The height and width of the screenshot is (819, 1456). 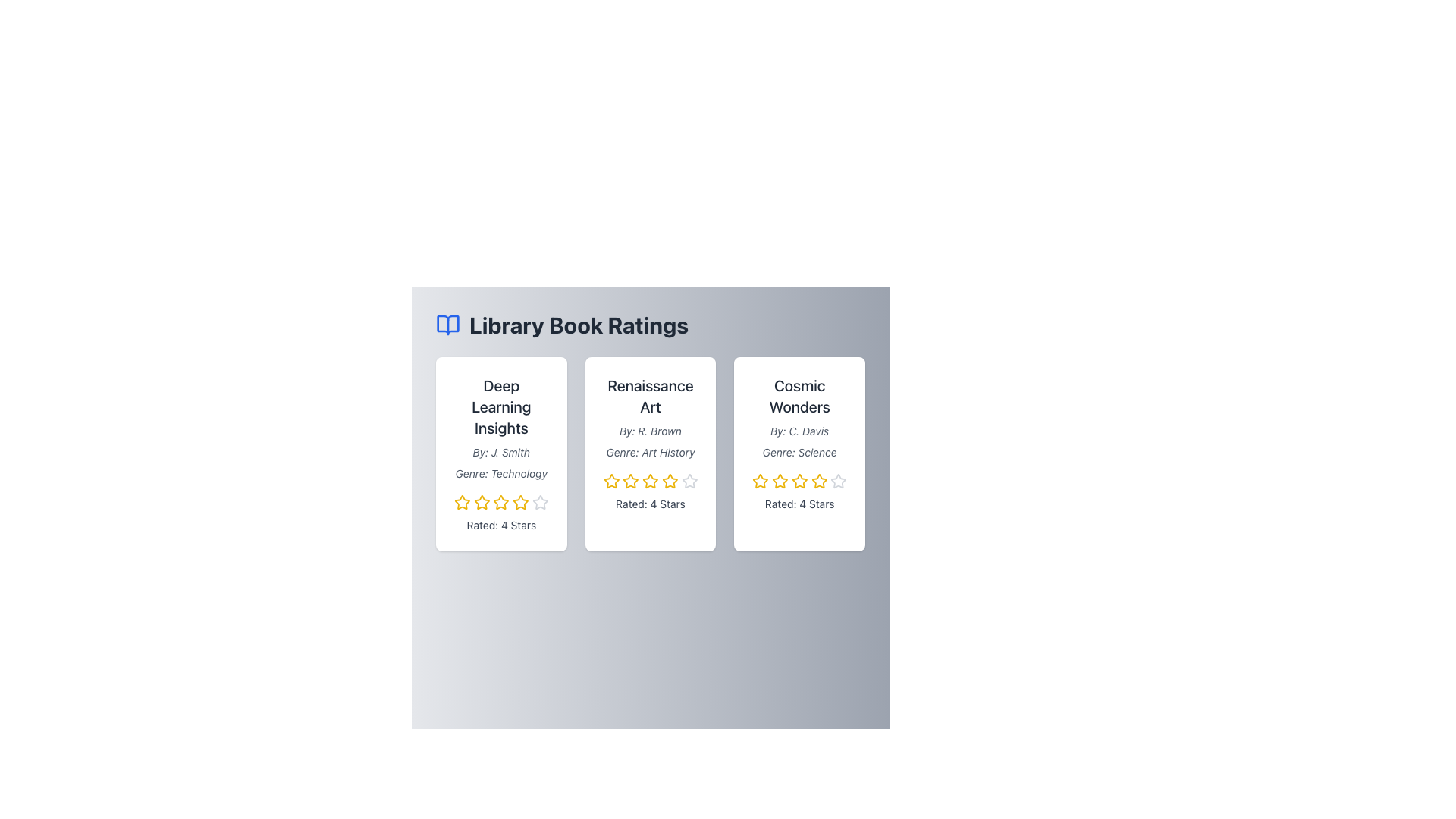 What do you see at coordinates (689, 482) in the screenshot?
I see `the fifth star icon in the rating component located beneath the text 'Rated: 4 Stars' for the book 'Renaissance Art' to interact with the rating system` at bounding box center [689, 482].